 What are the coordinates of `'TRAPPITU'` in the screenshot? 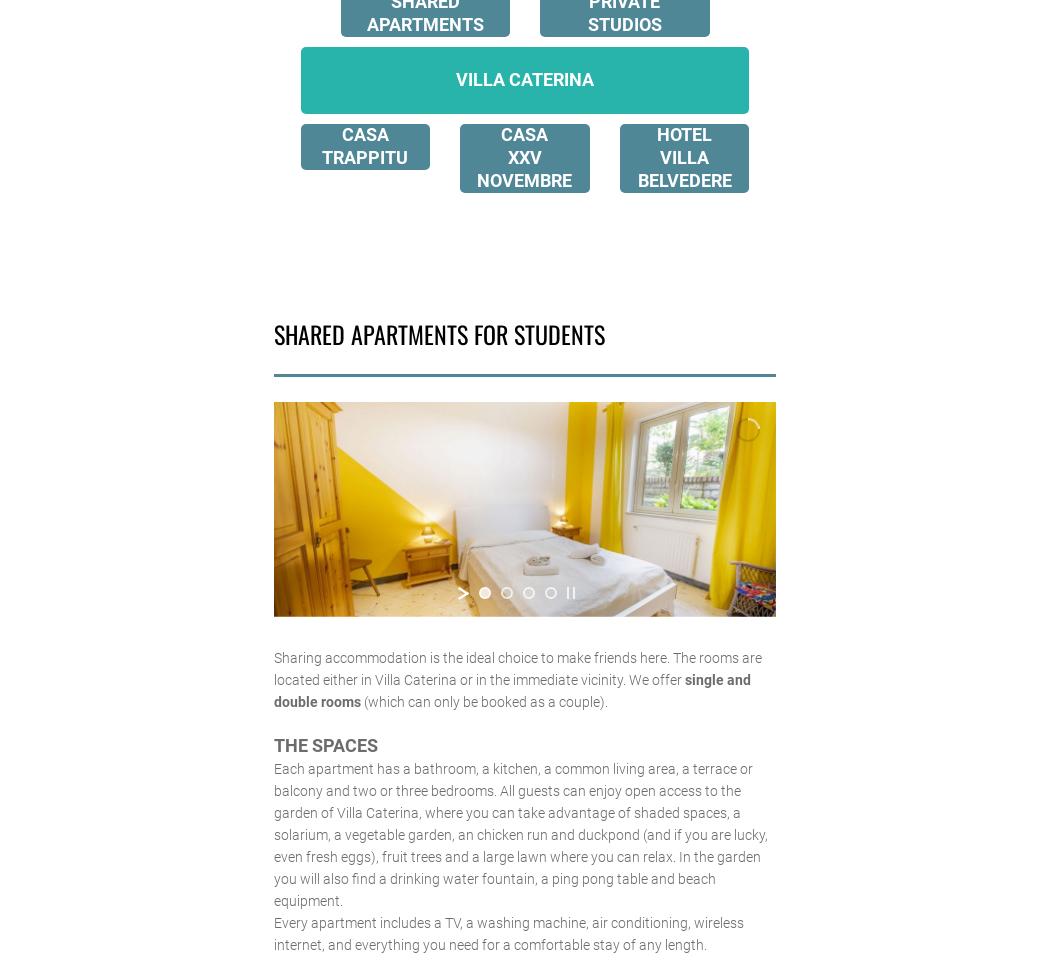 It's located at (322, 156).